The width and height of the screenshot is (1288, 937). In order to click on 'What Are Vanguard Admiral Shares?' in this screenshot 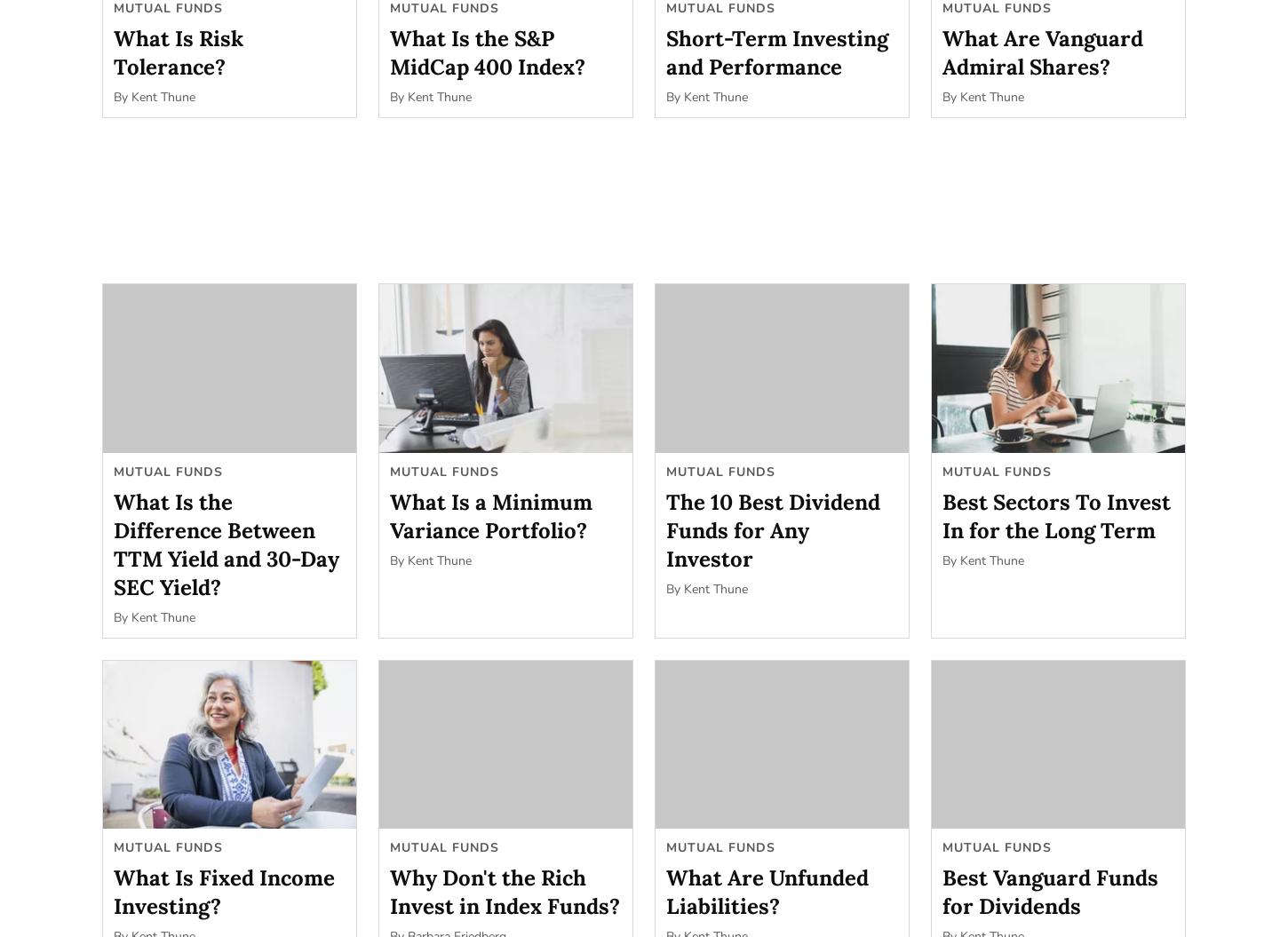, I will do `click(1042, 52)`.